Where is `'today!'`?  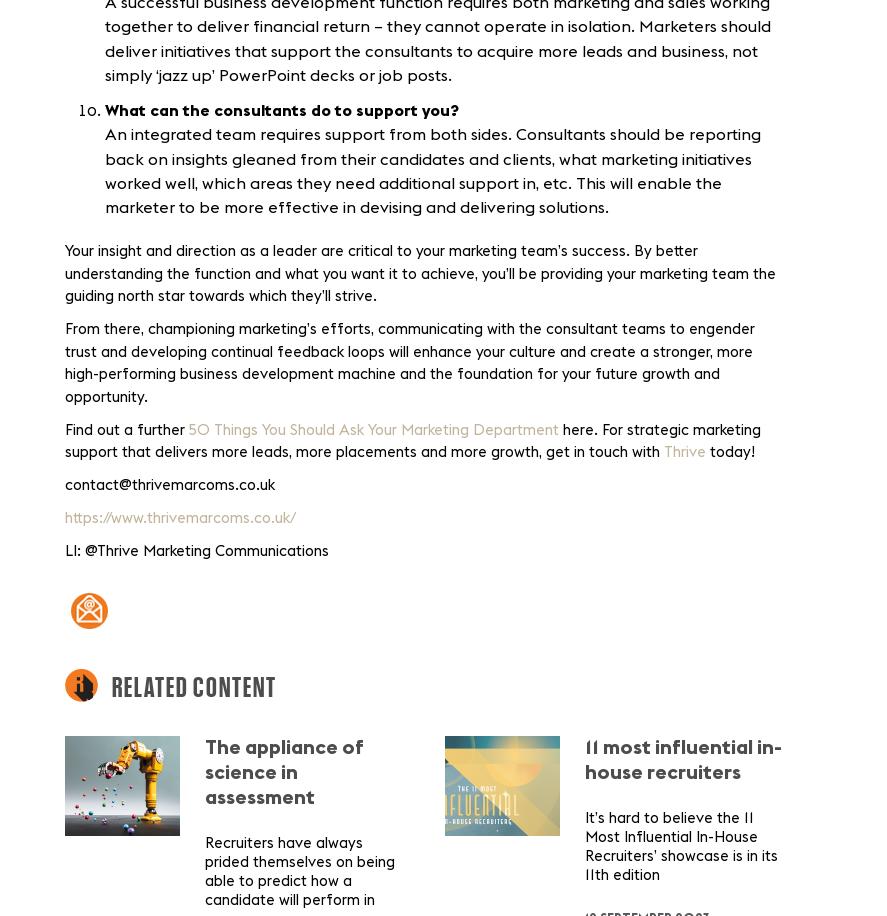 'today!' is located at coordinates (730, 451).